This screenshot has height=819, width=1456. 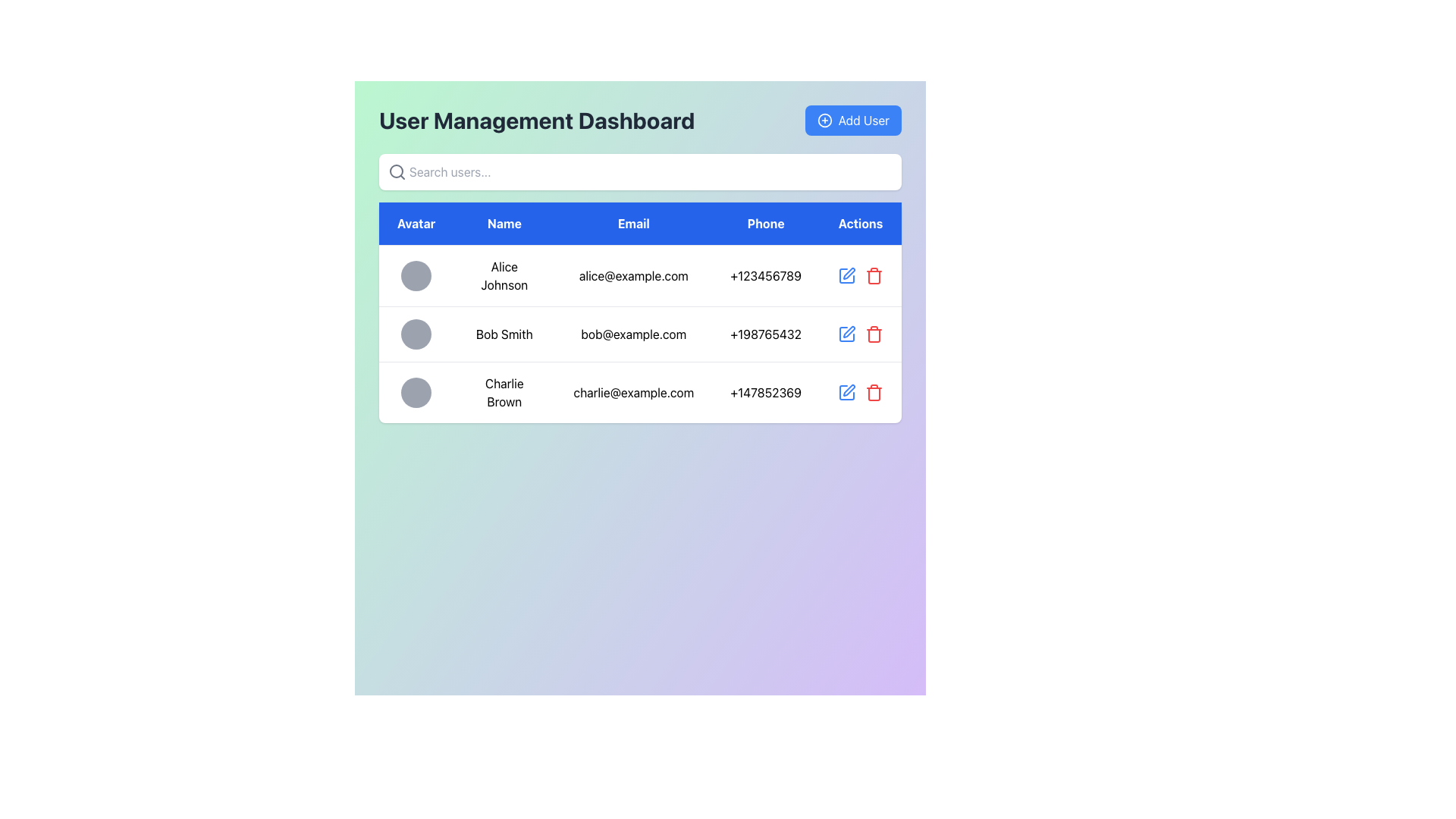 I want to click on the 'Name' column header, which is the second header in a row of five, located between the 'Avatar' header and the 'Email' header, so click(x=504, y=224).